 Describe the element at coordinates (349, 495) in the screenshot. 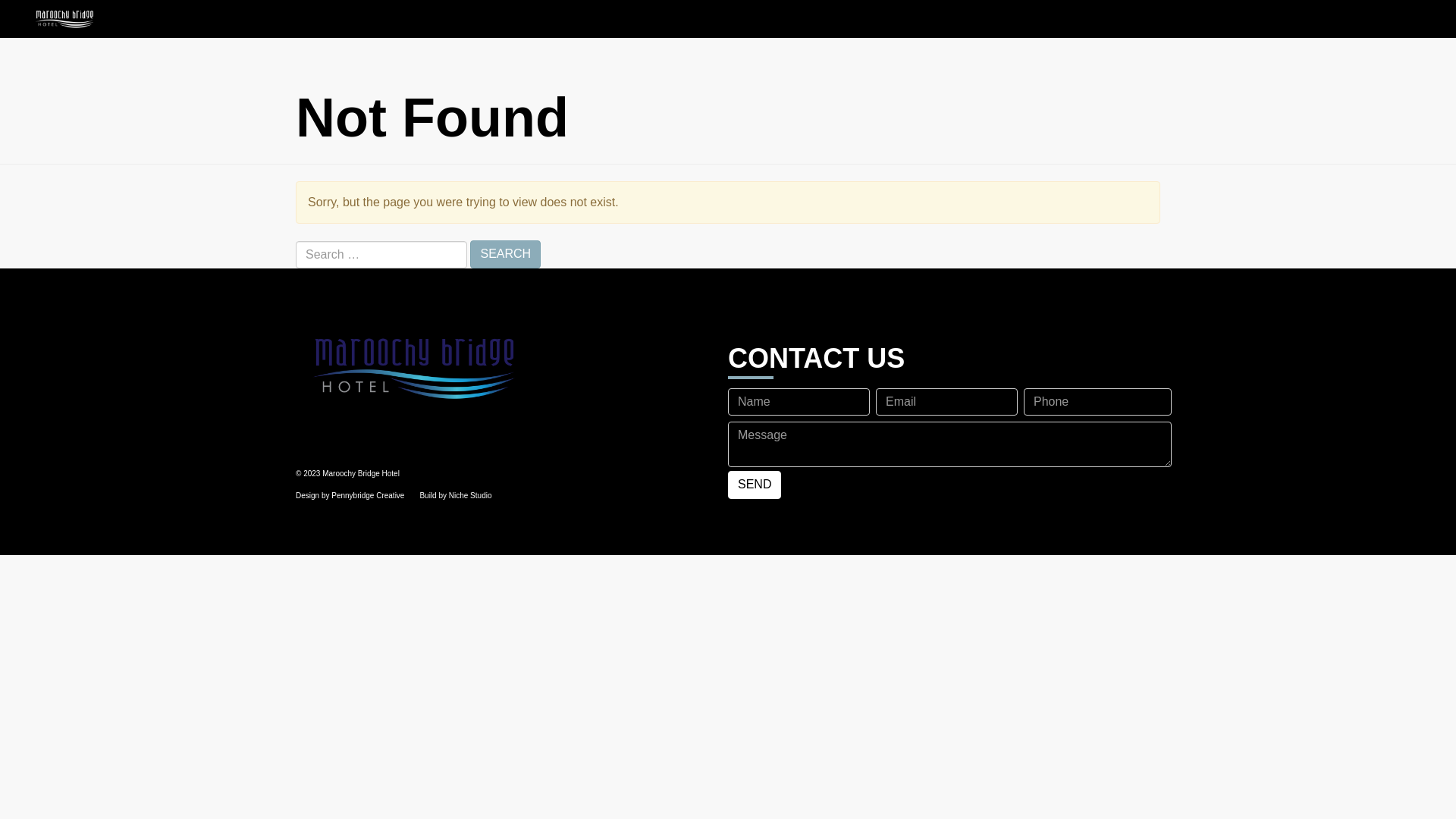

I see `'Design by Pennybridge Creative'` at that location.